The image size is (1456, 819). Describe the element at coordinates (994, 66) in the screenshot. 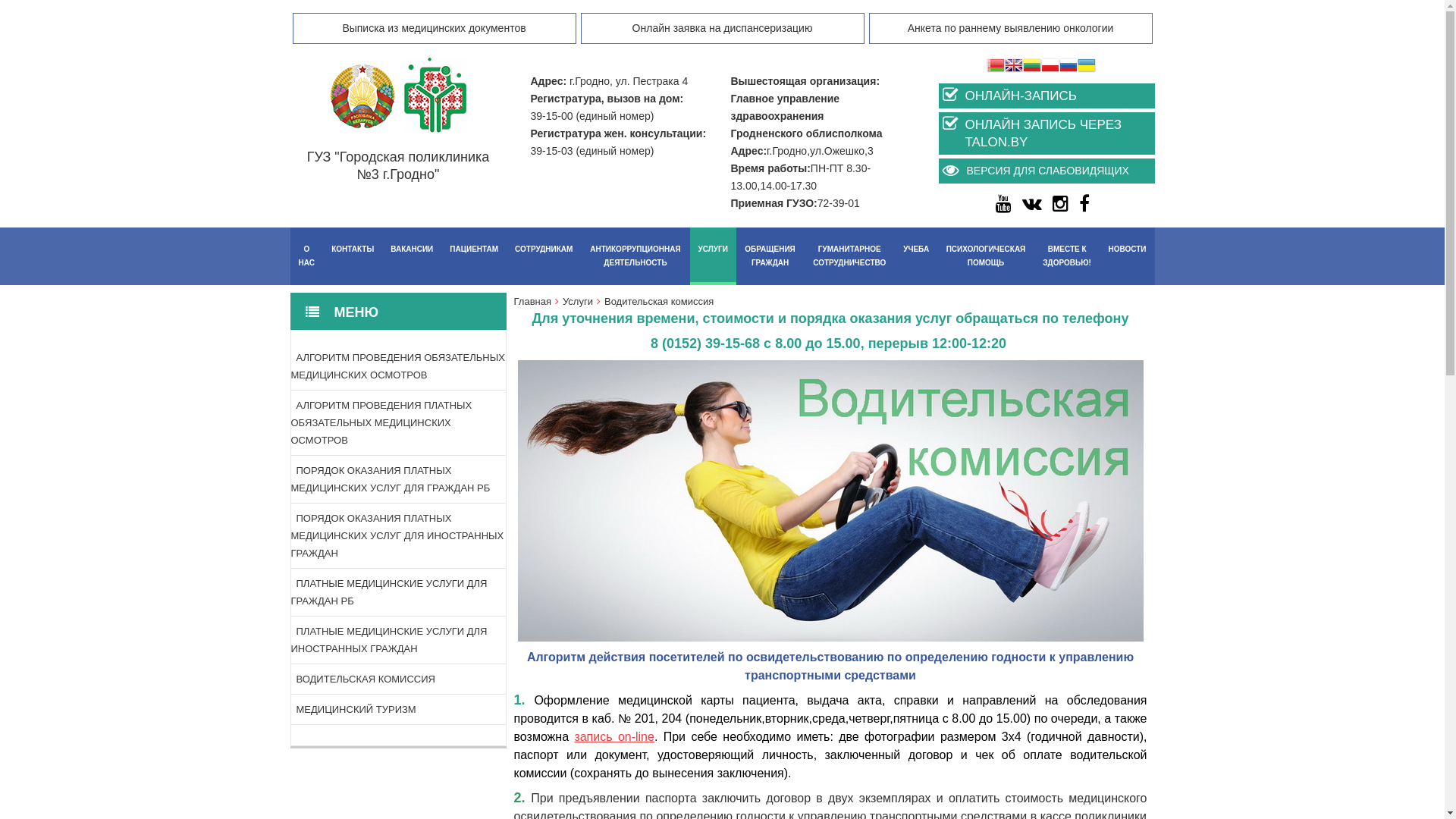

I see `'Belarusian'` at that location.